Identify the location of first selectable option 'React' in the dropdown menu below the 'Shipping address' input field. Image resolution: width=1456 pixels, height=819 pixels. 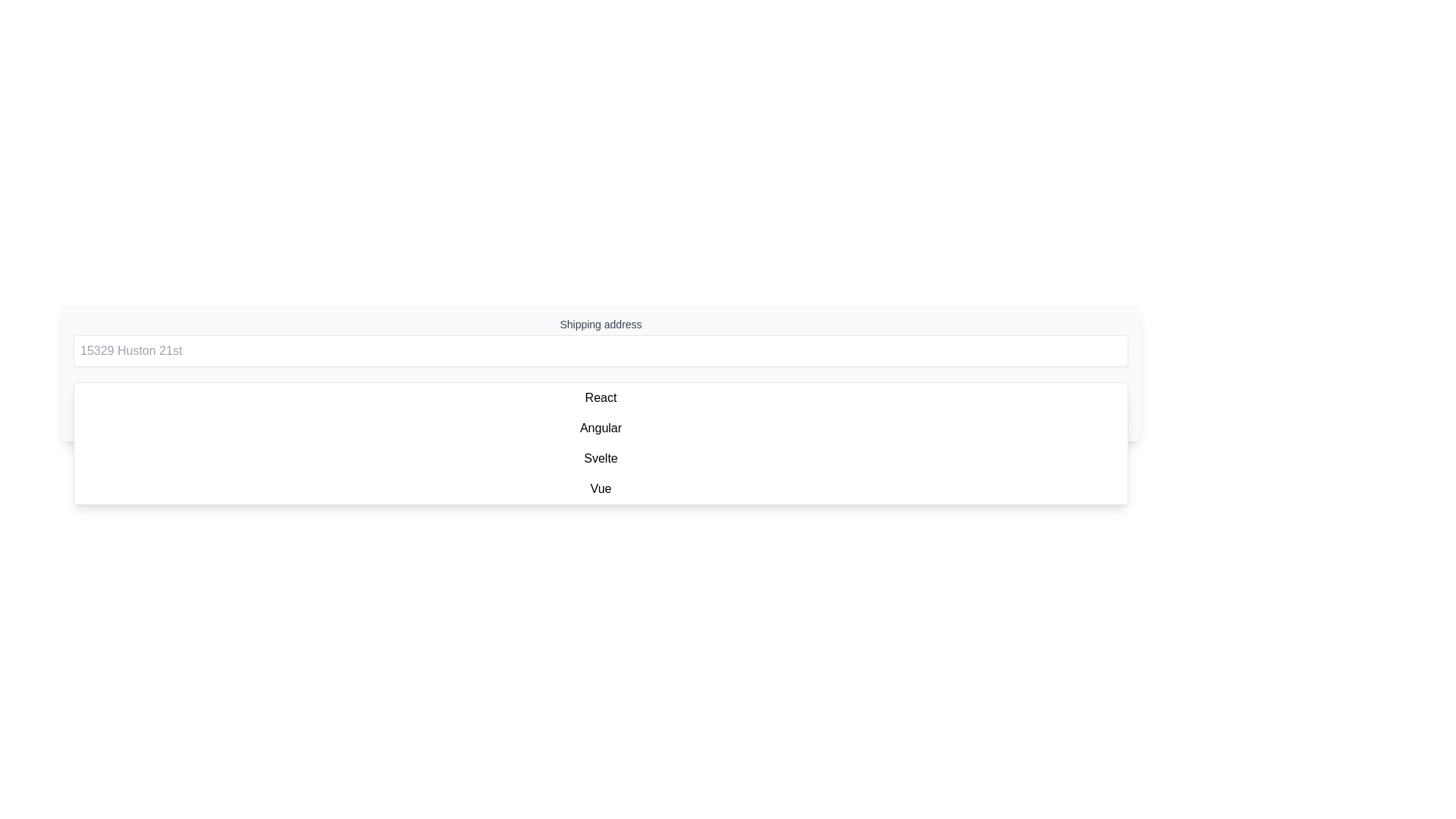
(600, 397).